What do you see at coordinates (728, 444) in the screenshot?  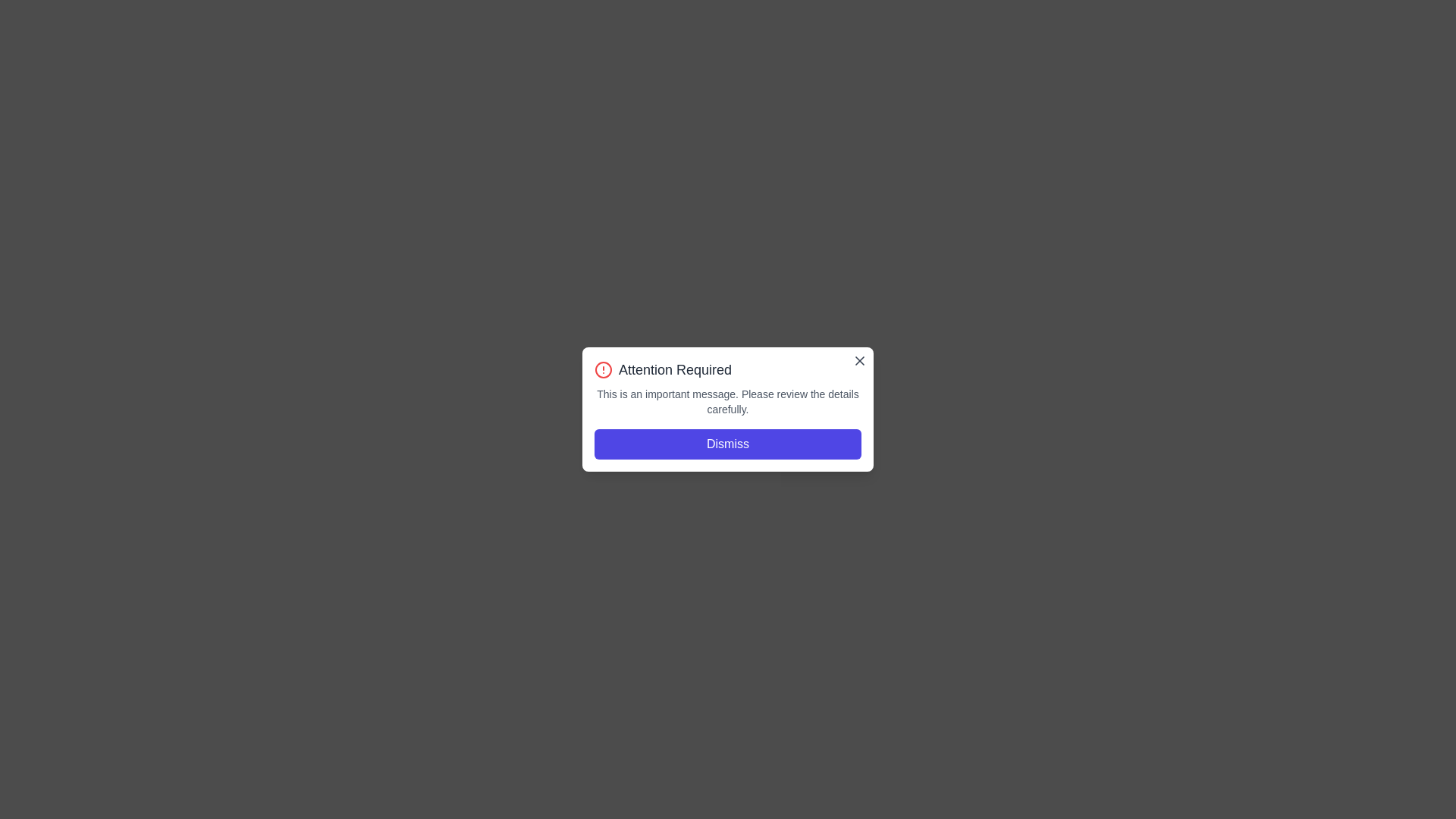 I see `the 'Dismiss' button with a purple background and white text located at the bottom of the modal dialog` at bounding box center [728, 444].